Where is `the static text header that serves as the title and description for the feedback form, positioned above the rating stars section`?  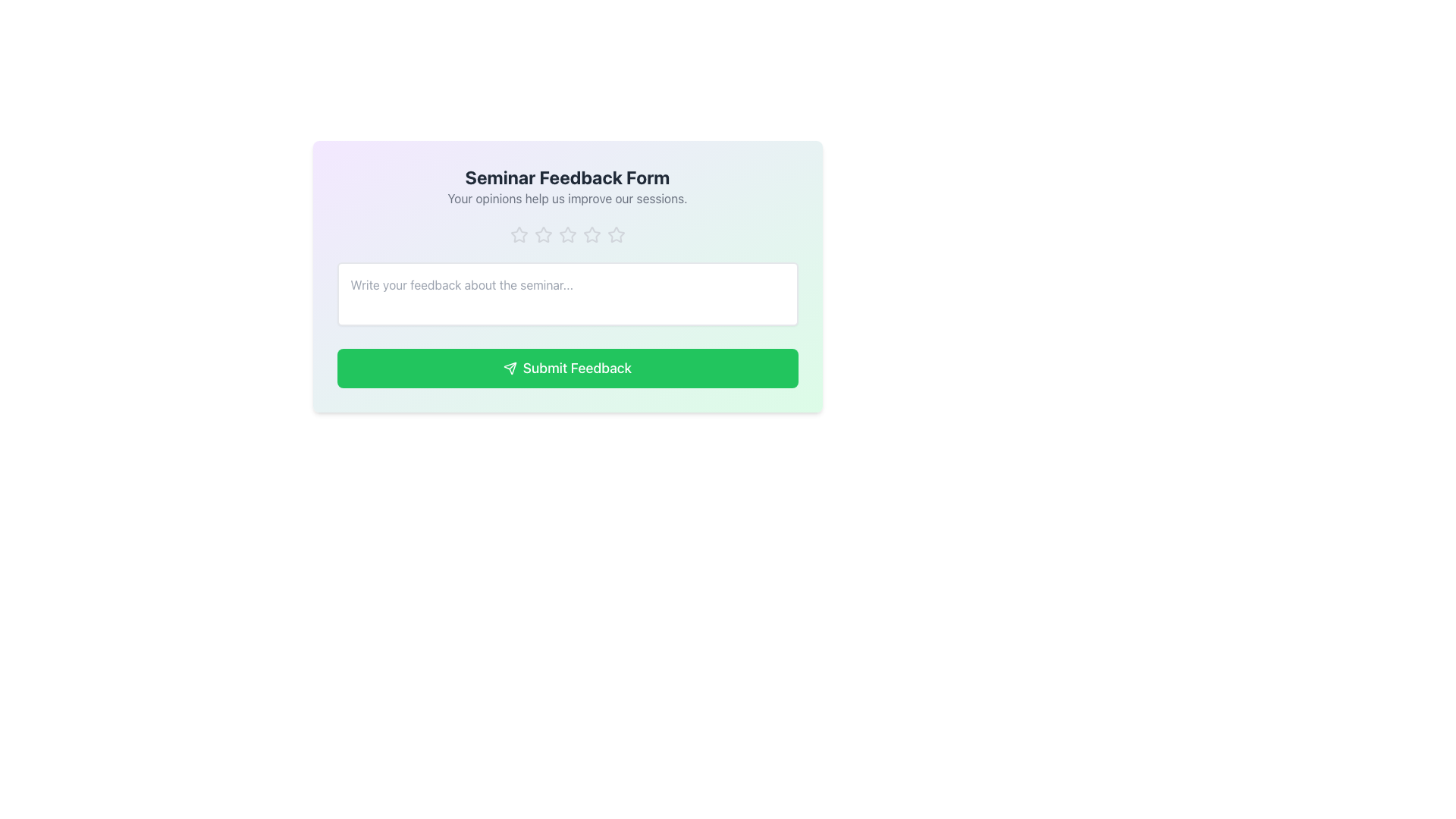
the static text header that serves as the title and description for the feedback form, positioned above the rating stars section is located at coordinates (566, 186).